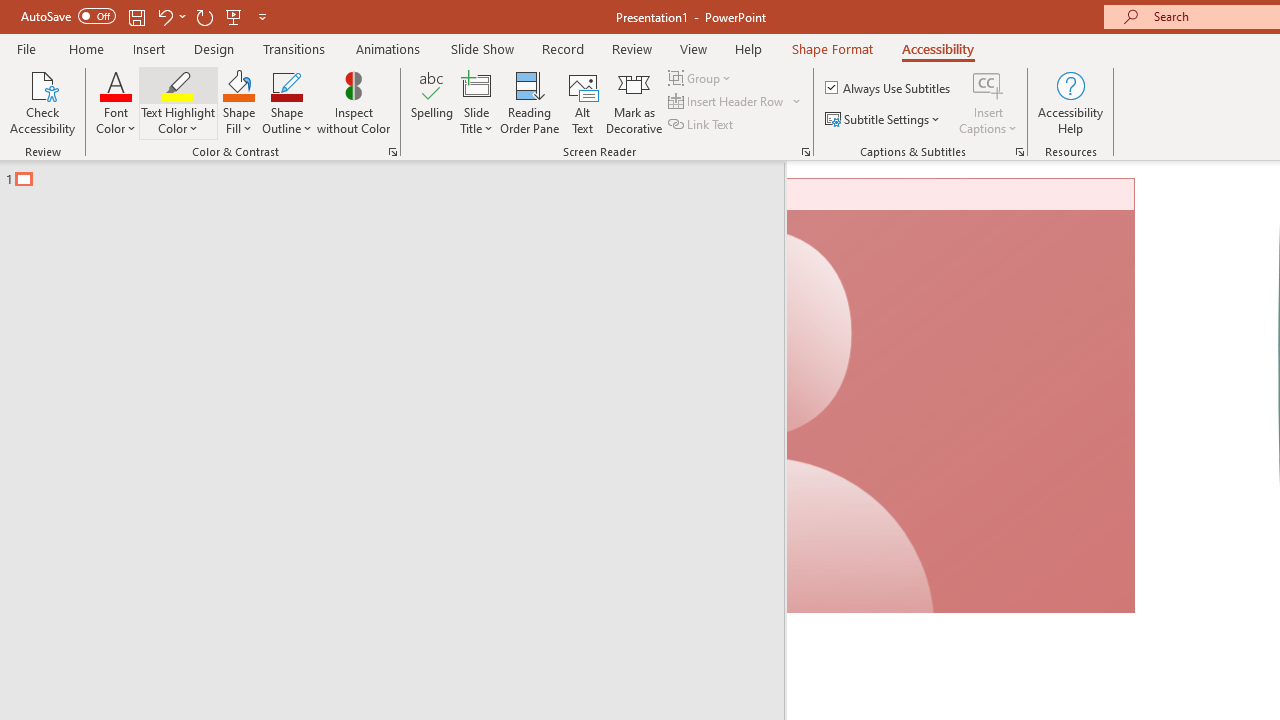  What do you see at coordinates (1020, 150) in the screenshot?
I see `'Captions & Subtitles'` at bounding box center [1020, 150].